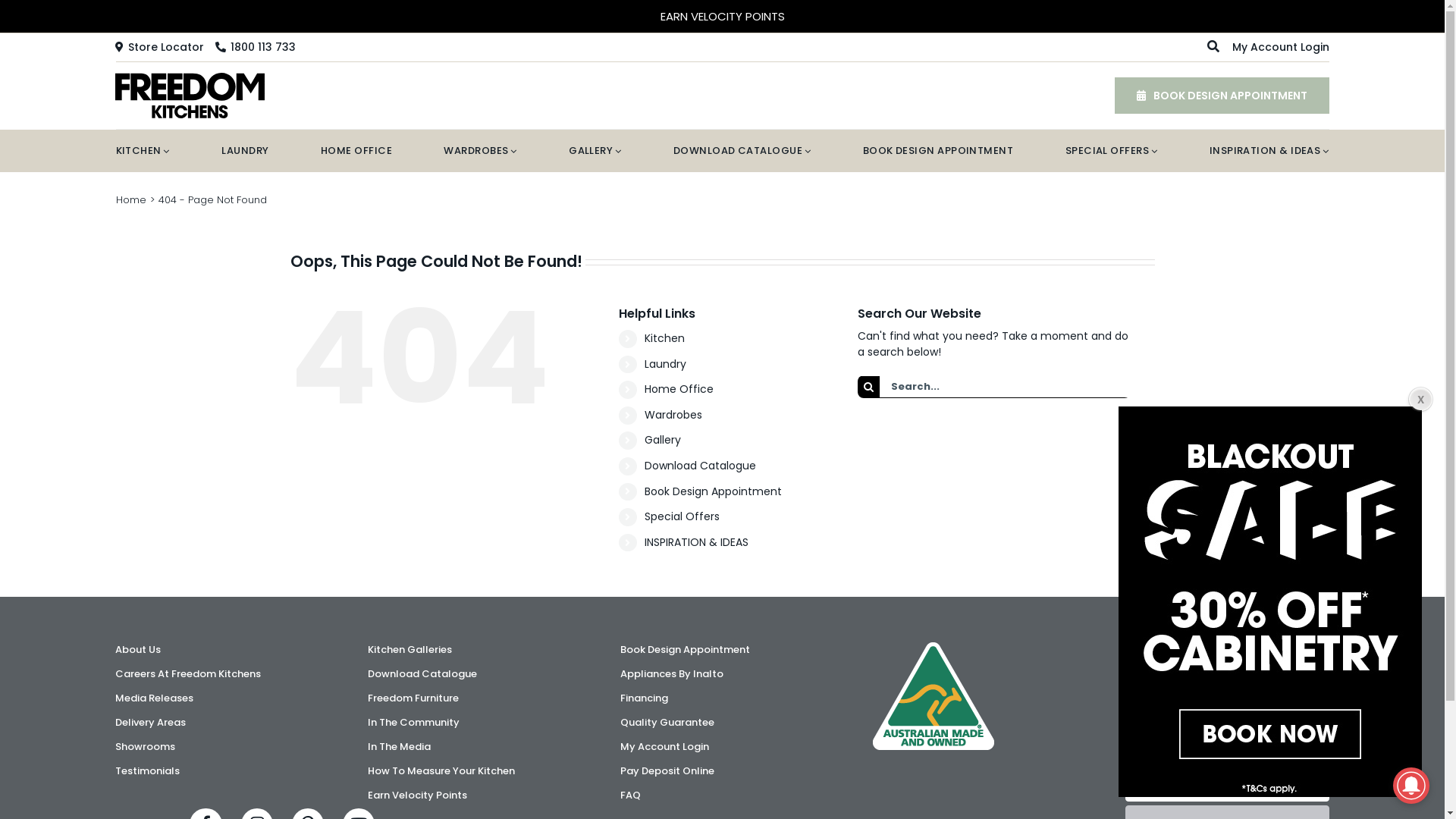  I want to click on 'HOME OFFICE', so click(356, 151).